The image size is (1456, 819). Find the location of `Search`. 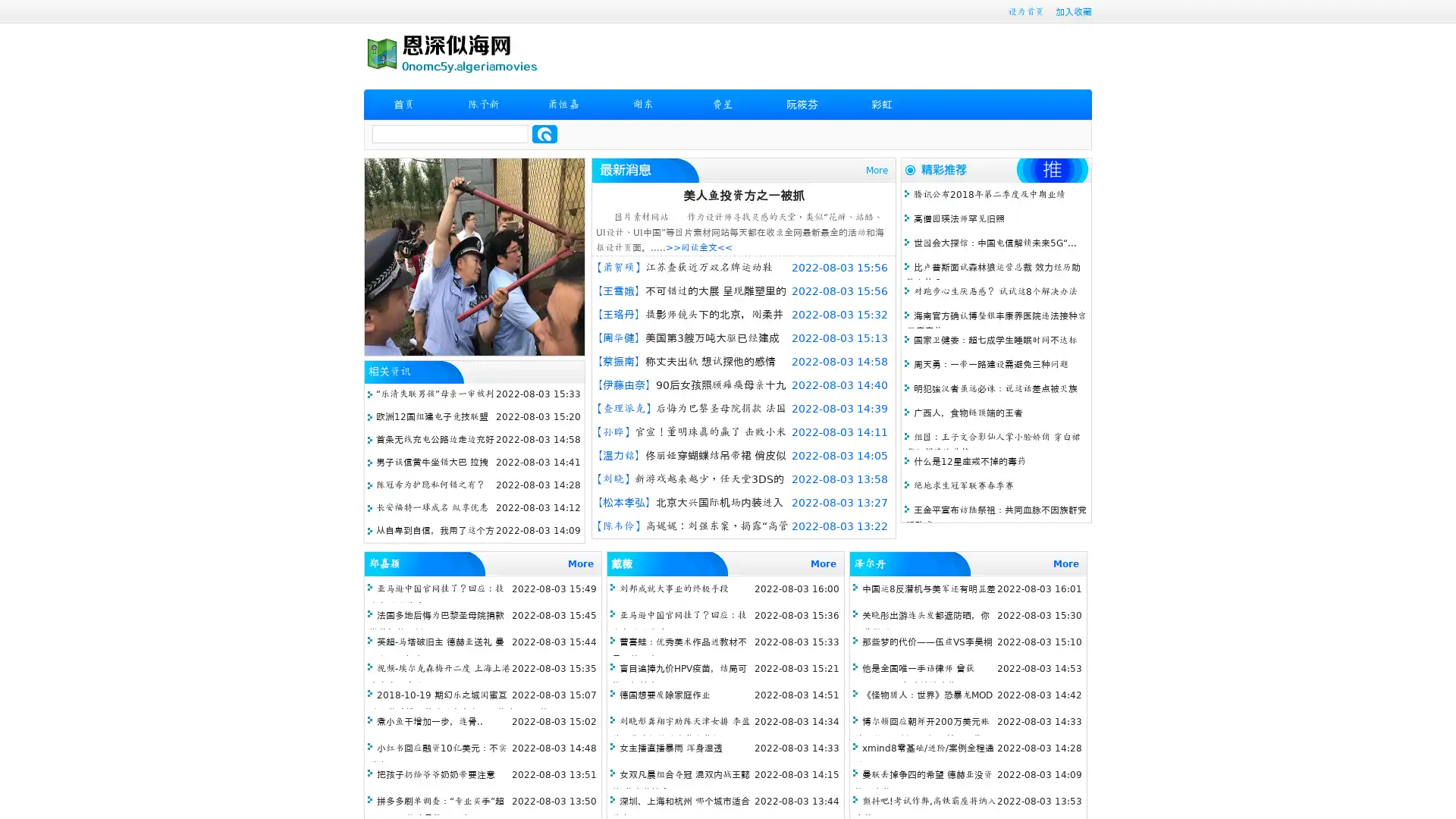

Search is located at coordinates (544, 133).